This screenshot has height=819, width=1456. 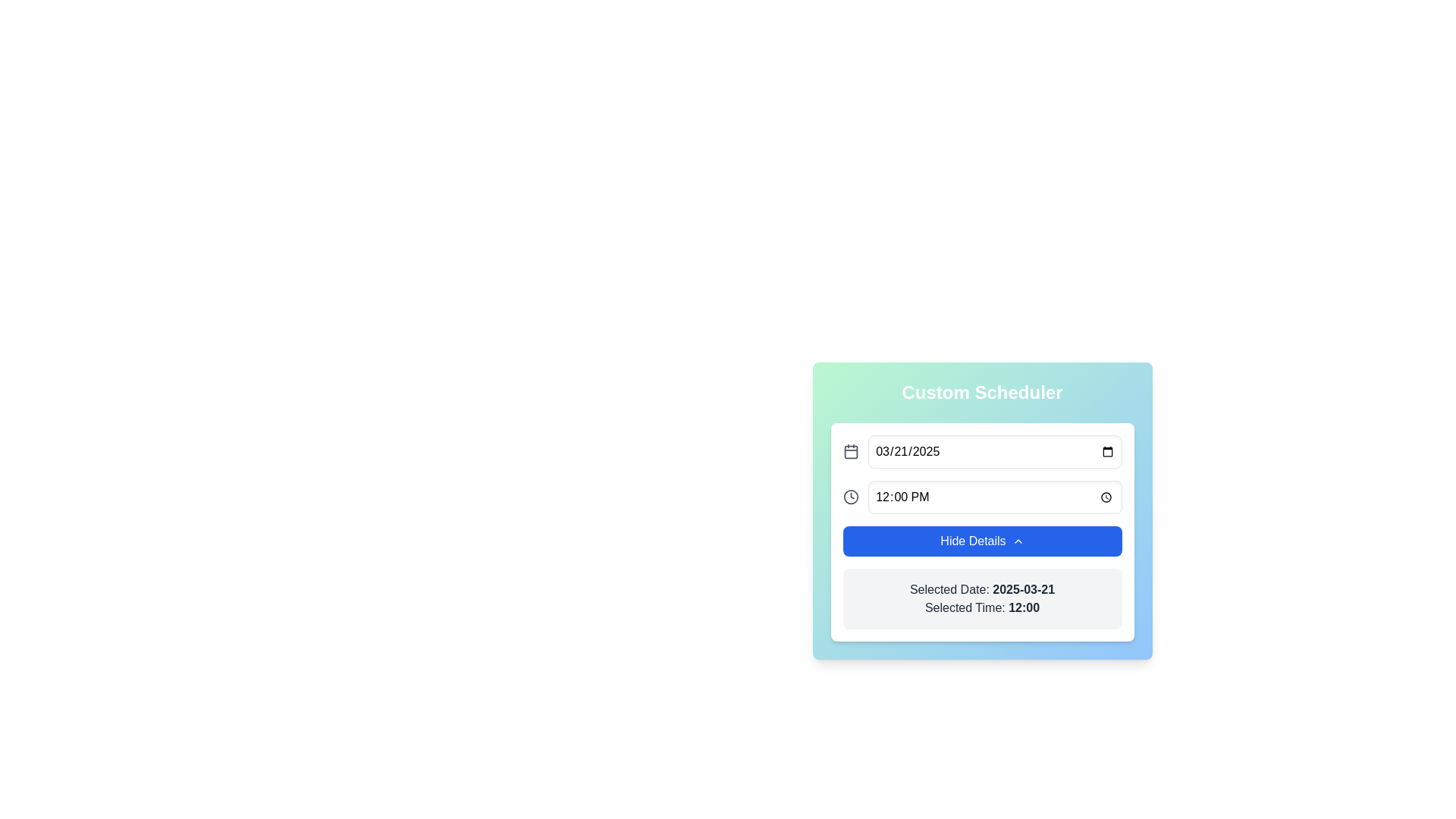 What do you see at coordinates (851, 497) in the screenshot?
I see `the clock icon, which serves as a visual indicator for the adjacent time input field, positioned at the leftmost side of its group` at bounding box center [851, 497].